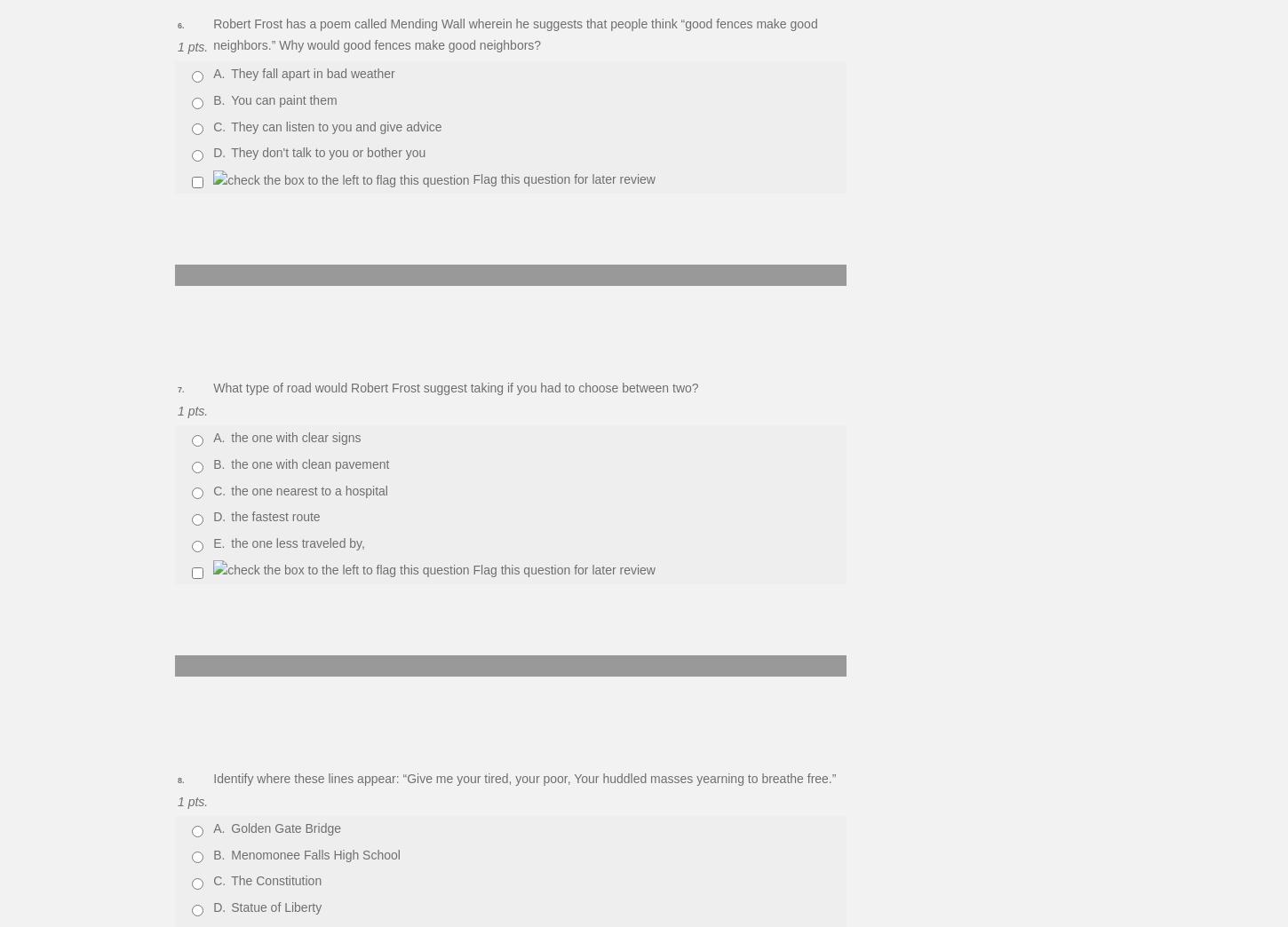 Image resolution: width=1288 pixels, height=927 pixels. I want to click on 'Golden Gate Bridge', so click(286, 826).